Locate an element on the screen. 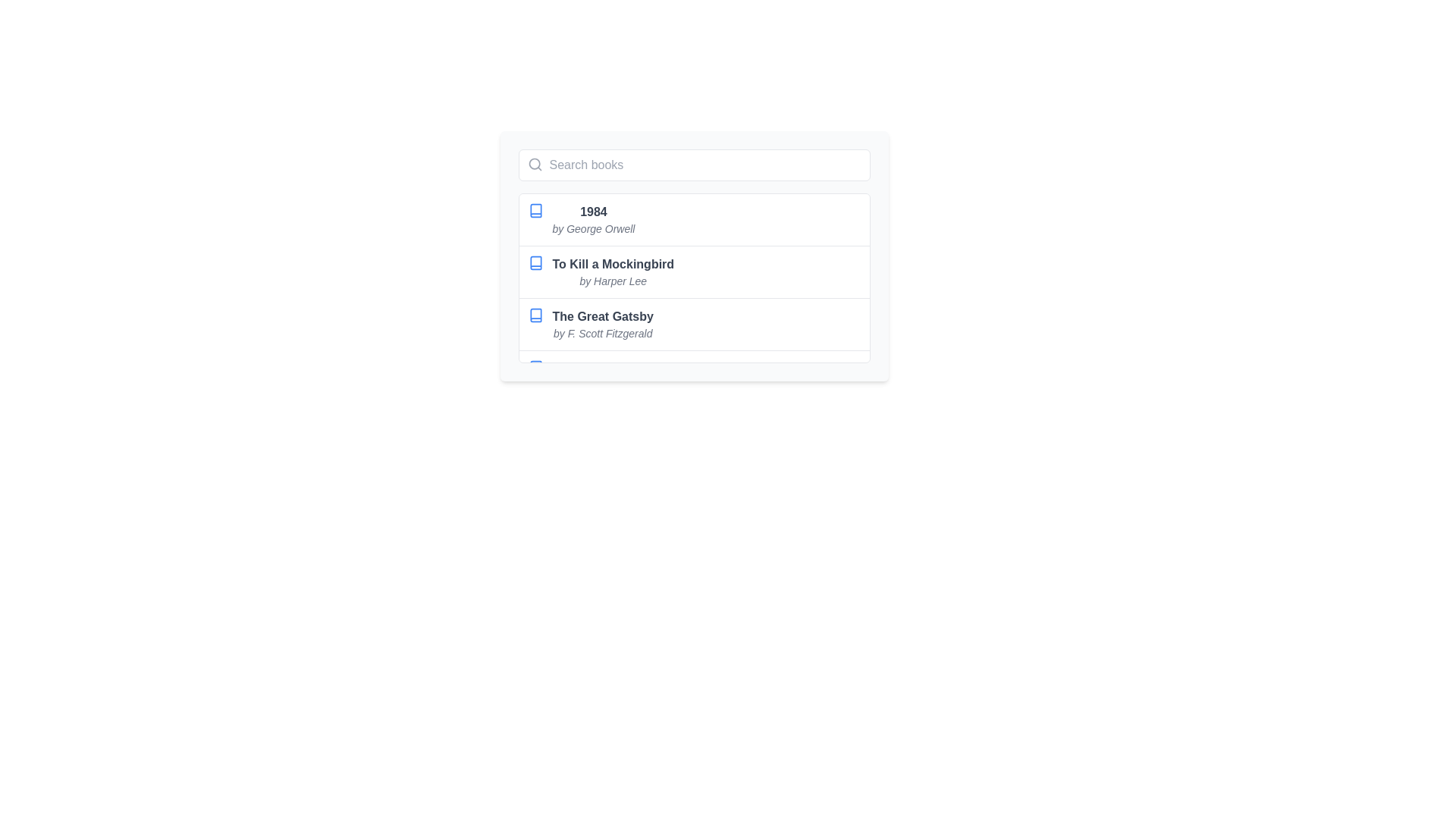 The image size is (1456, 819). the decorative SVG icon that represents the book 'To Kill a Mockingbird' located in the second row of the list, to the far left of the text 'To Kill a Mockingbird' by 'Harper Lee' is located at coordinates (535, 262).